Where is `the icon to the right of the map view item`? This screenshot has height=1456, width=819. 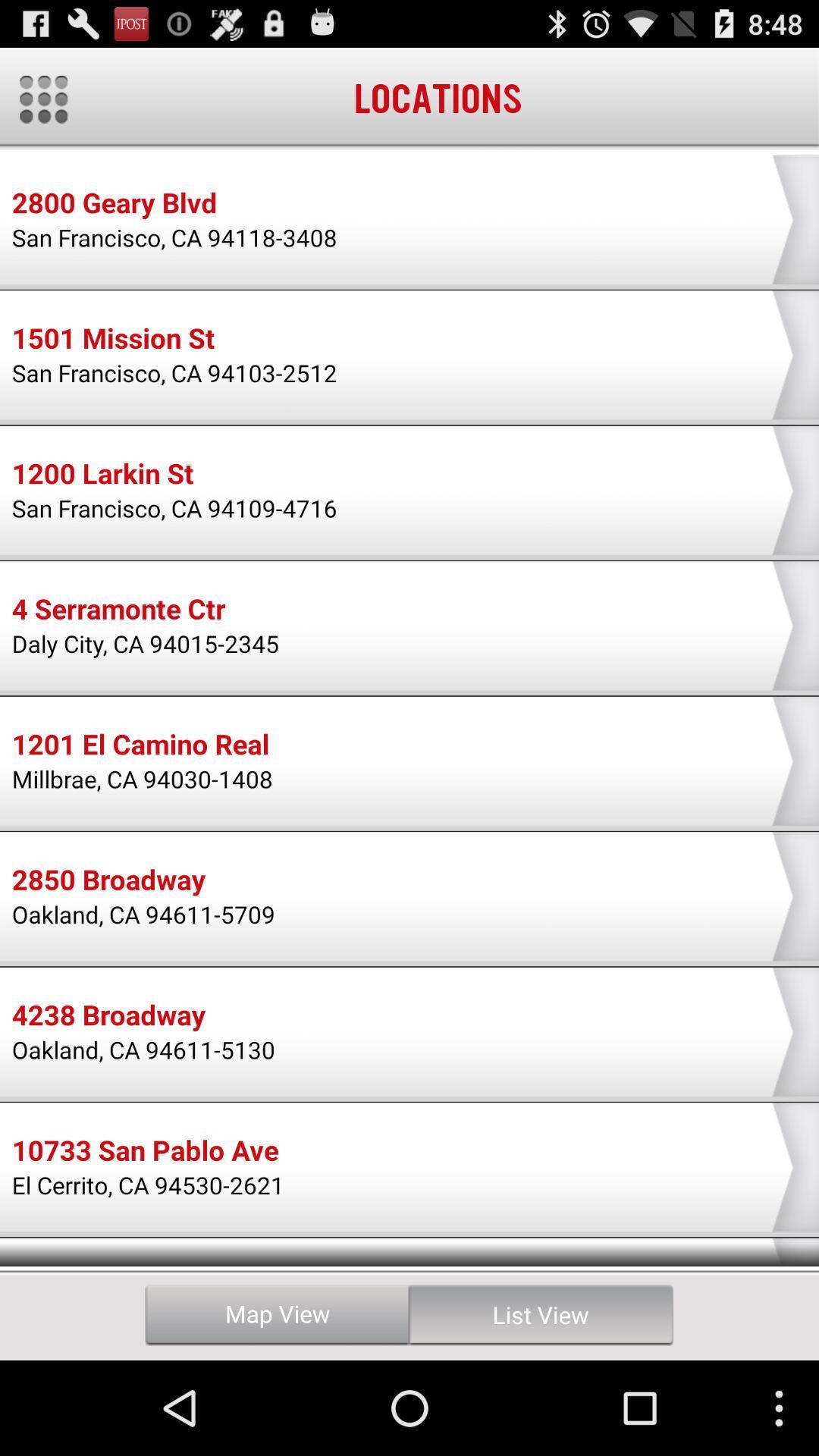
the icon to the right of the map view item is located at coordinates (540, 1314).